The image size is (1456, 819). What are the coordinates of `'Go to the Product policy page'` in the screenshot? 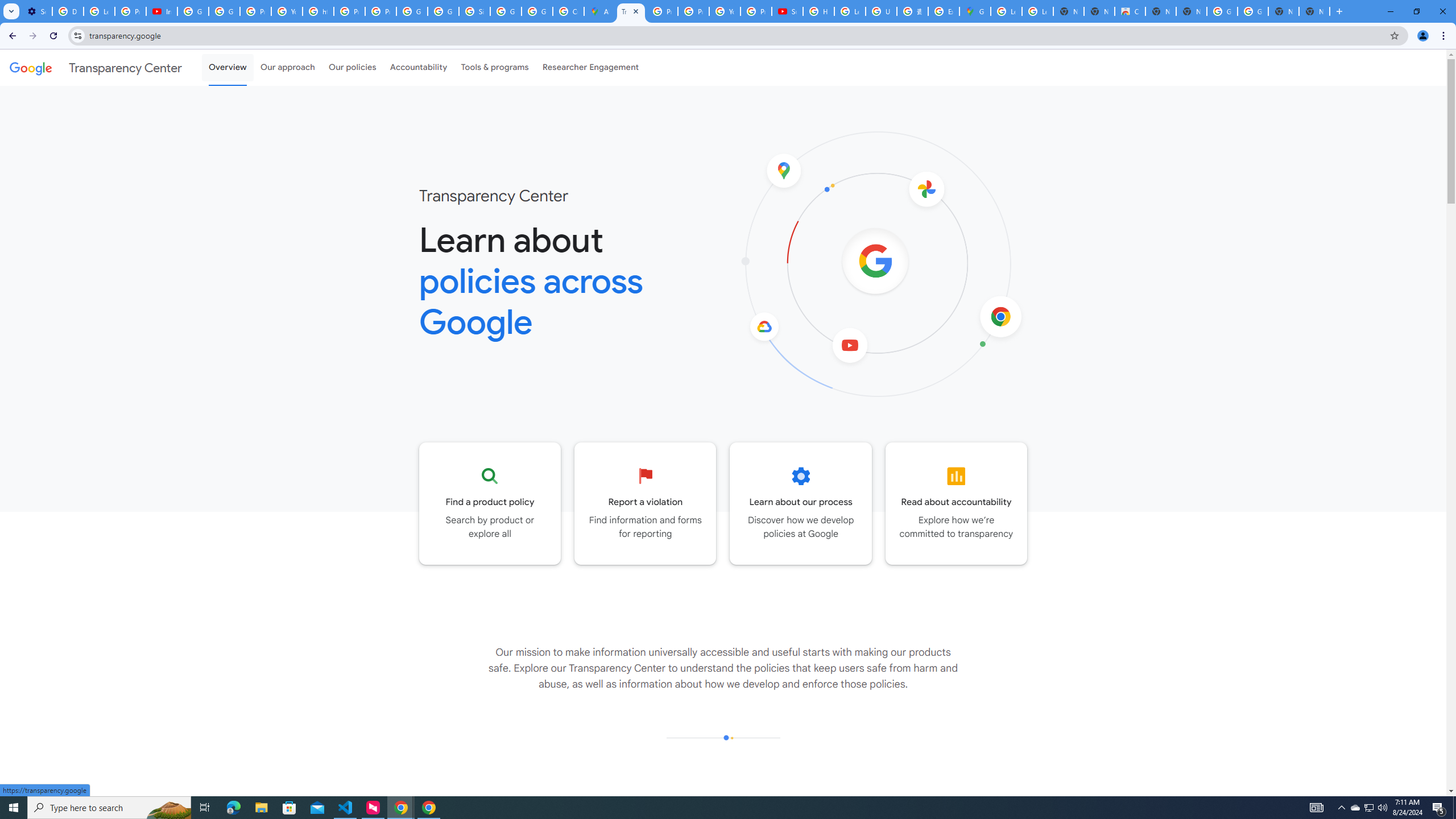 It's located at (490, 503).